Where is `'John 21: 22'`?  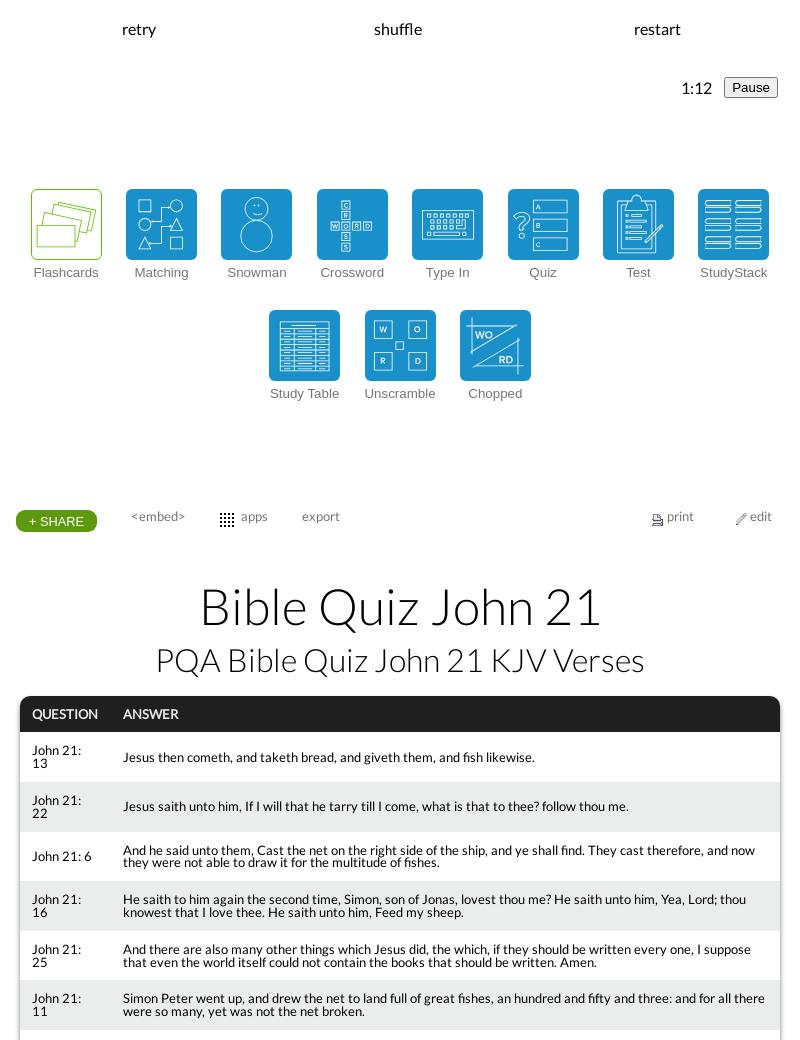
'John 21: 22' is located at coordinates (55, 805).